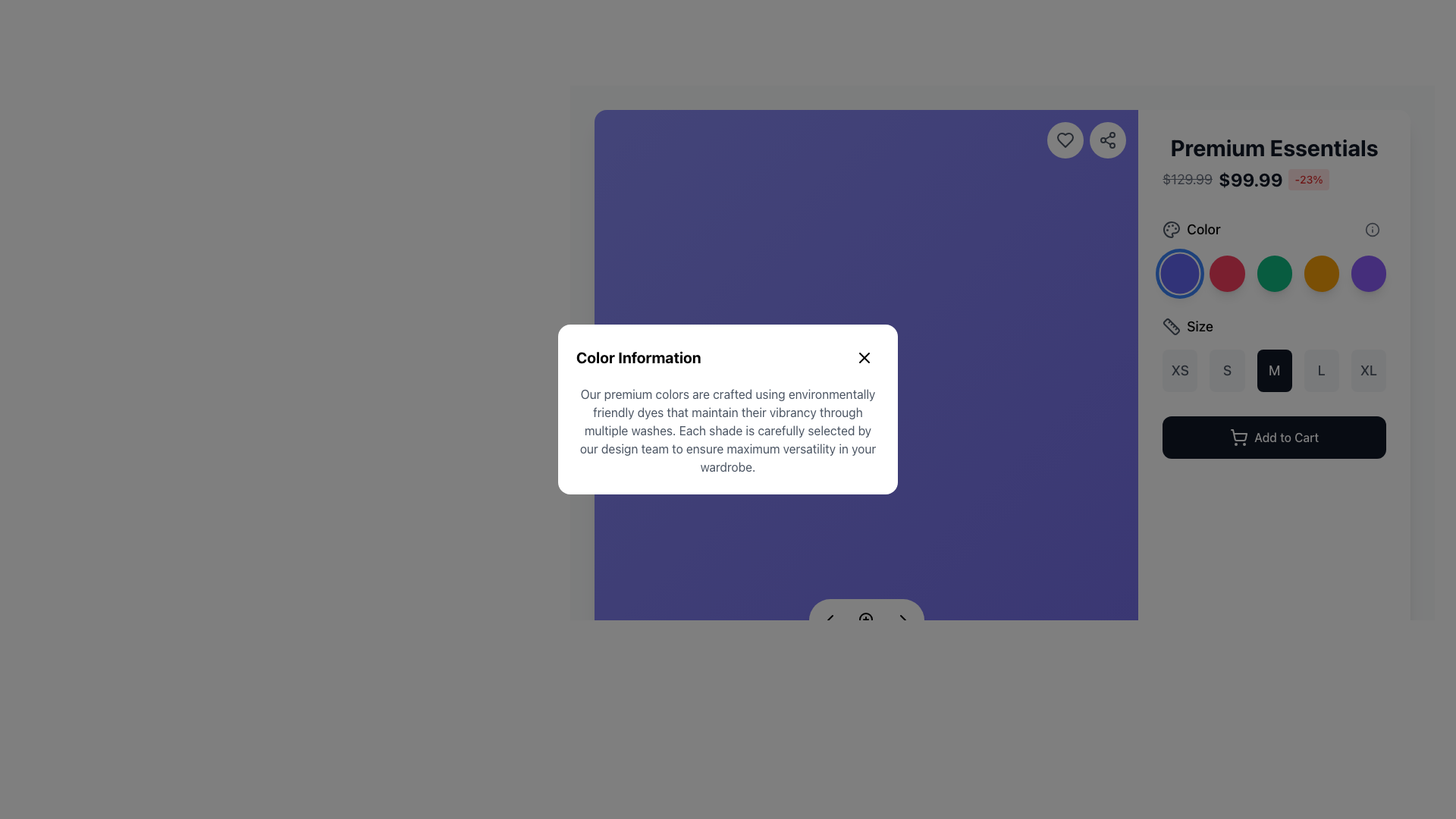 The width and height of the screenshot is (1456, 819). What do you see at coordinates (1171, 230) in the screenshot?
I see `the circular palette icon representing color selection, located to the left of the 'Color' label in the 'Premium Essentials' product detail section` at bounding box center [1171, 230].